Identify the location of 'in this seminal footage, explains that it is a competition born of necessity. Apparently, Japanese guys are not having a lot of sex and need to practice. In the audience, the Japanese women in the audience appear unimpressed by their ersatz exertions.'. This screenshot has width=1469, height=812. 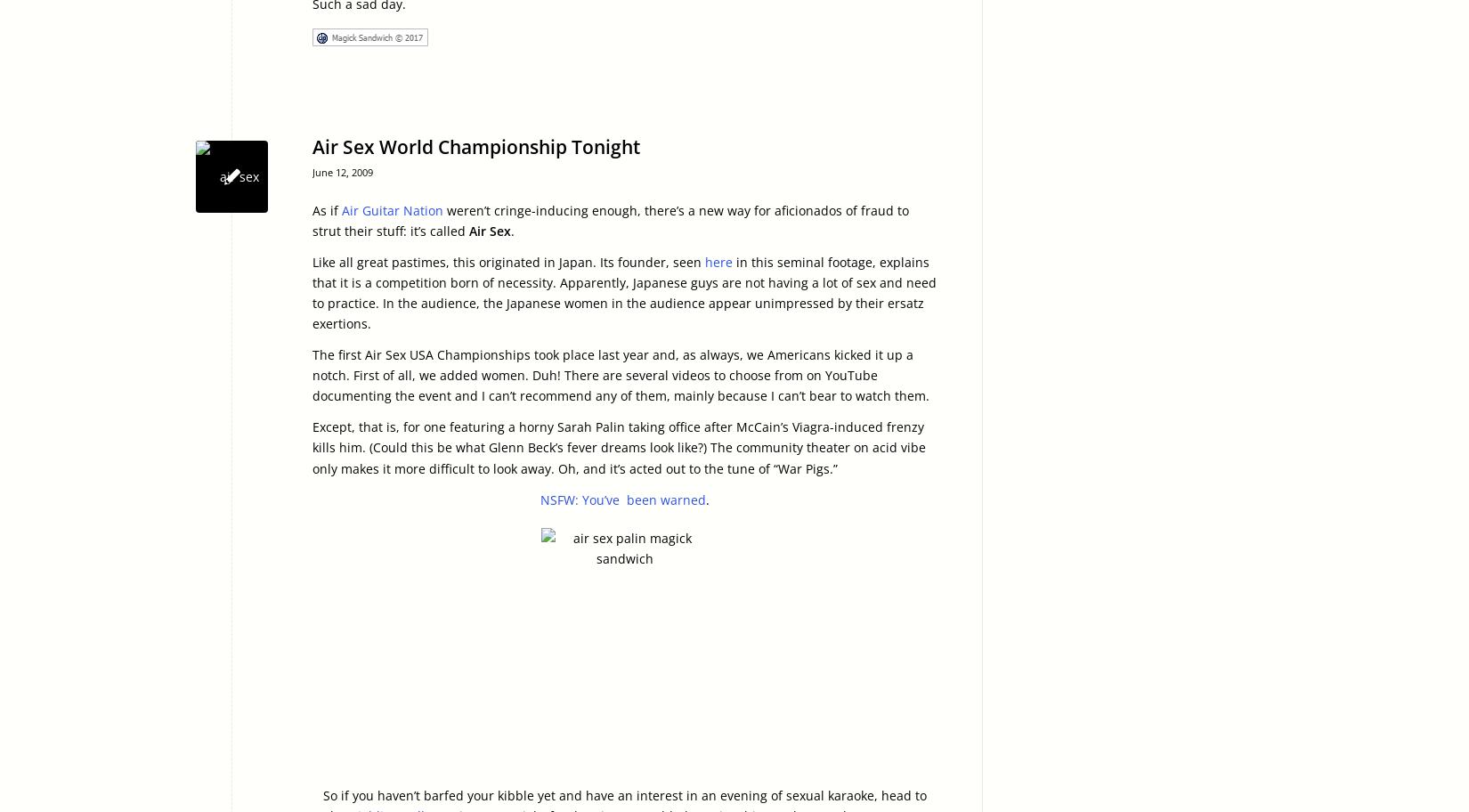
(623, 292).